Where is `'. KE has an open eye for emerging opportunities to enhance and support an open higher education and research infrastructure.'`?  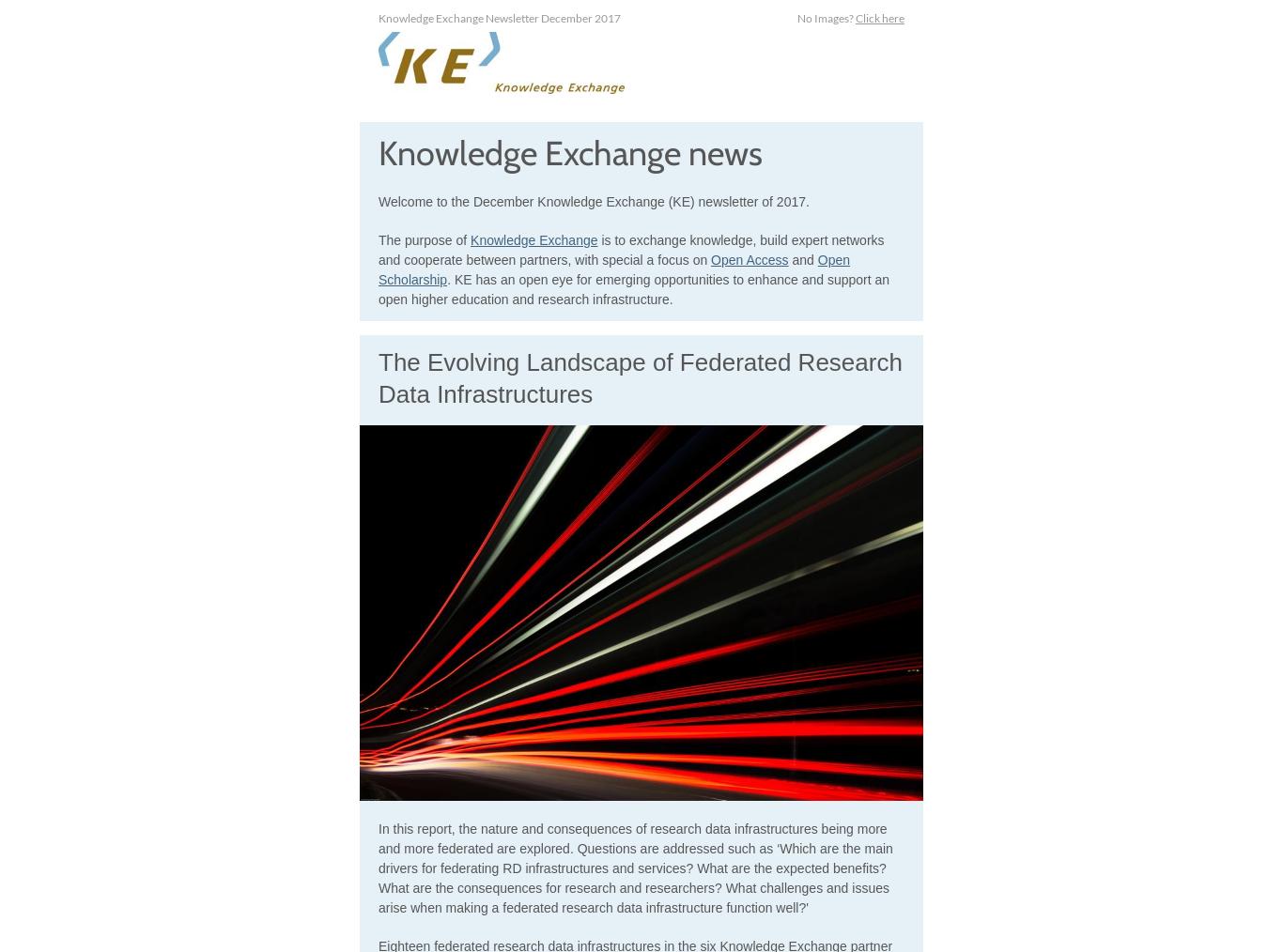
'. KE has an open eye for emerging opportunities to enhance and support an open higher education and research infrastructure.' is located at coordinates (632, 289).